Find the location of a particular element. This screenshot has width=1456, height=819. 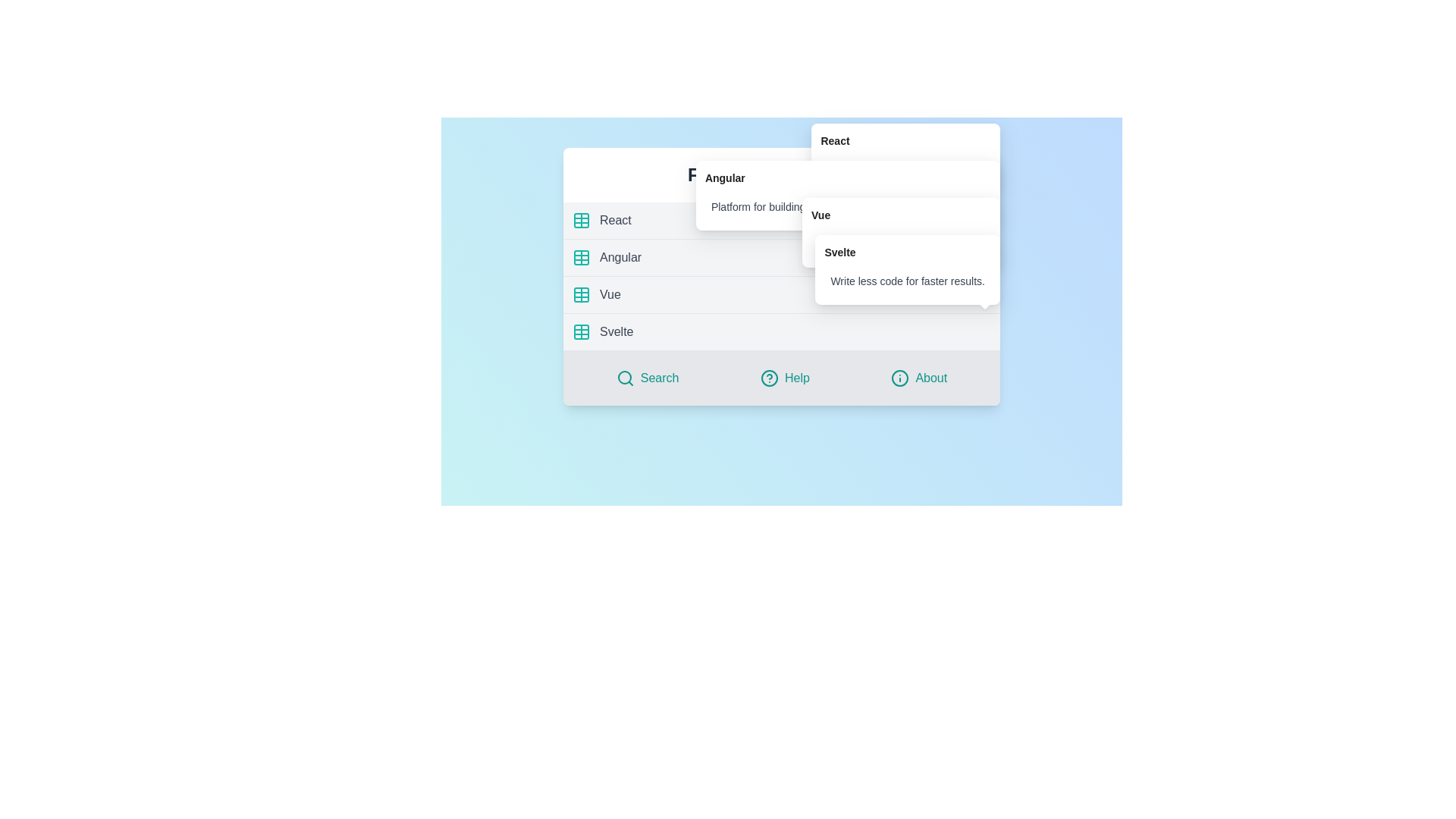

the 'table' icon that precedes the text 'Svelte' in the fourth item of a vertically stacked list under the main content area is located at coordinates (581, 331).